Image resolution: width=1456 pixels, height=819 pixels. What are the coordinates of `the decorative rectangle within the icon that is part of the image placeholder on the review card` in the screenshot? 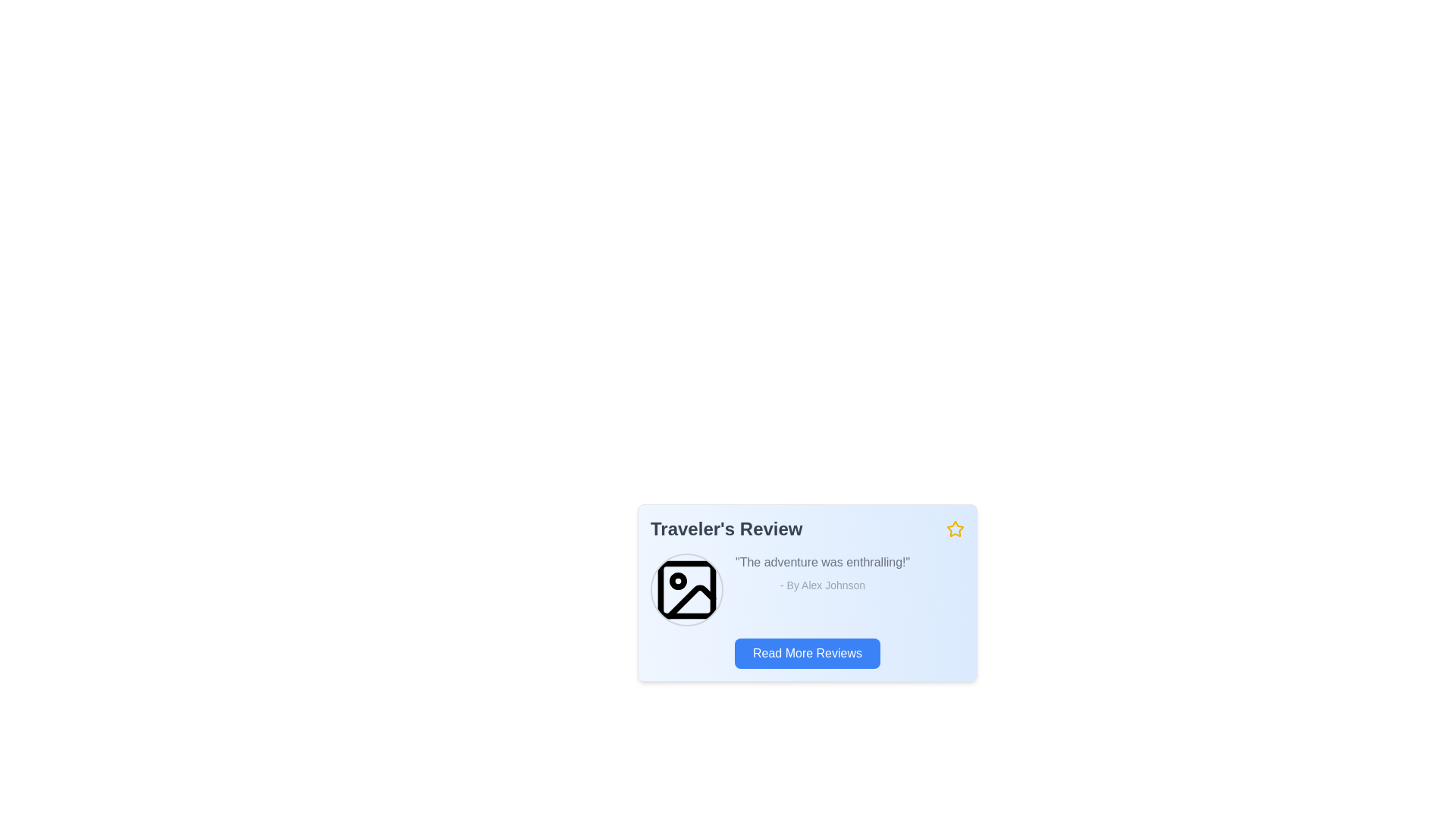 It's located at (686, 589).